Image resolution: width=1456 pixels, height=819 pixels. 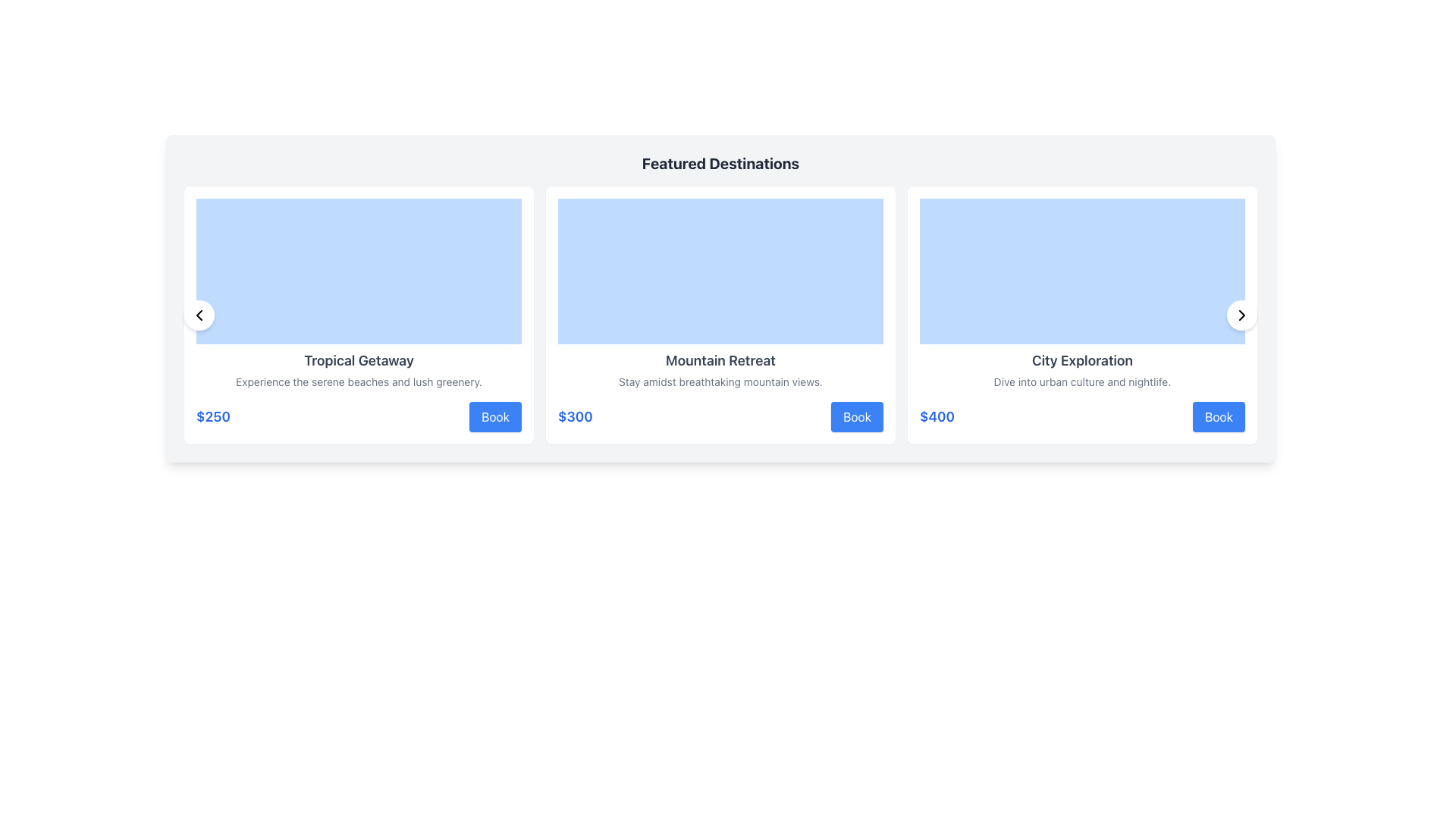 What do you see at coordinates (720, 360) in the screenshot?
I see `the static text element displaying 'Mountain Retreat' within the second card of the destination cards` at bounding box center [720, 360].